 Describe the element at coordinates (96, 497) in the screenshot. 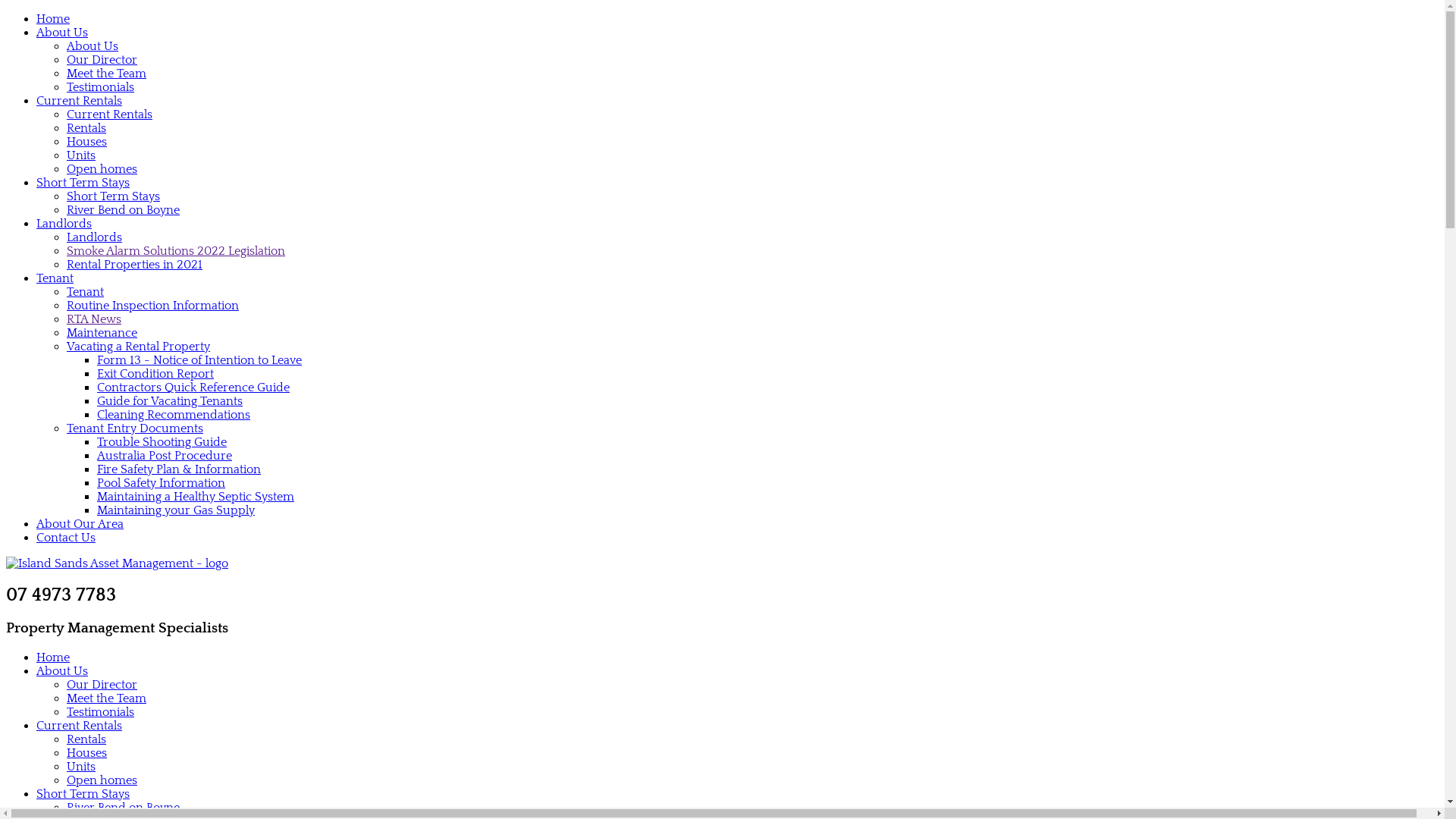

I see `'Maintaining a Healthy Septic System'` at that location.